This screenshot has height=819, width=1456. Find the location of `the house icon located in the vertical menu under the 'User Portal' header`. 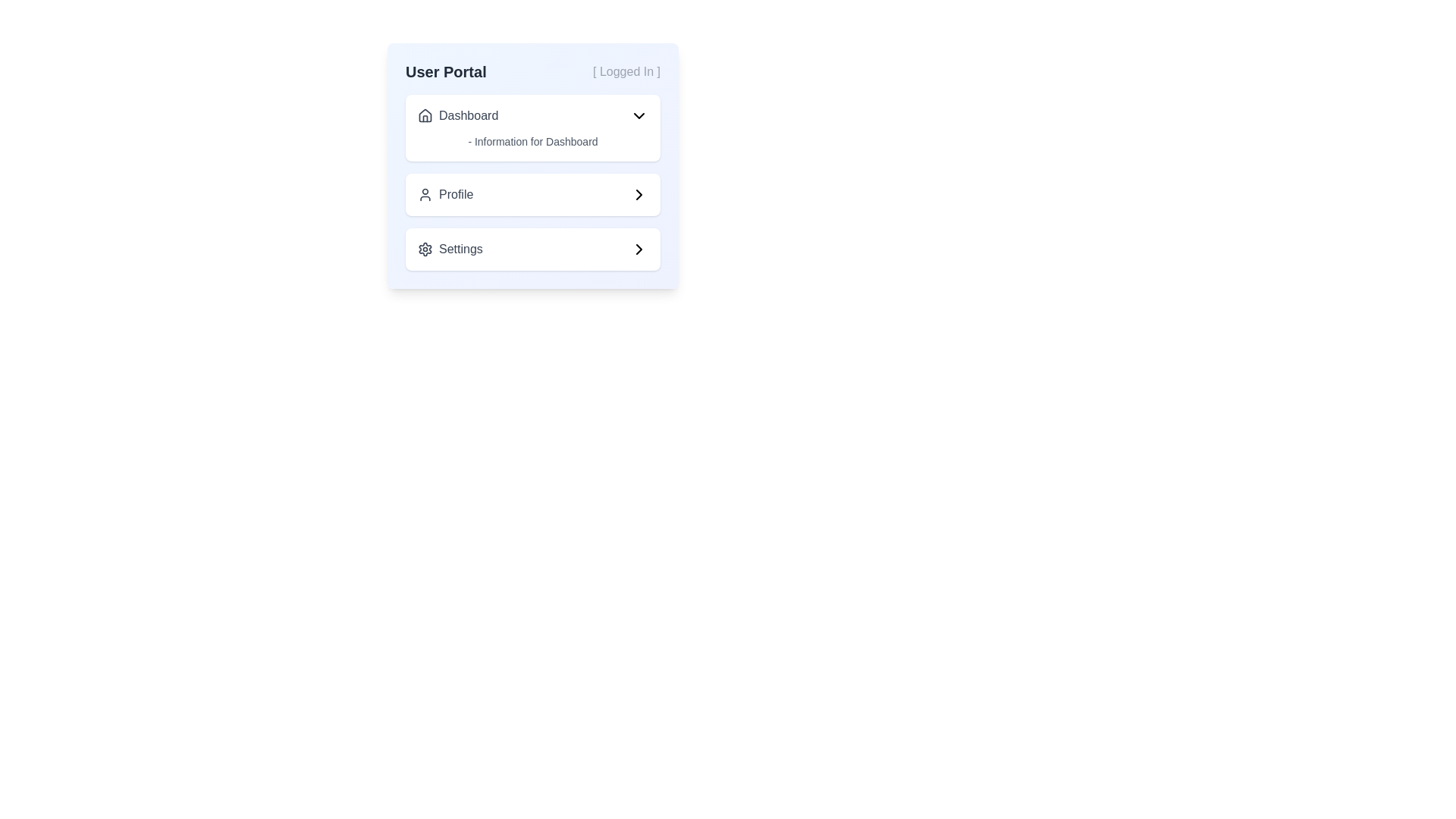

the house icon located in the vertical menu under the 'User Portal' header is located at coordinates (425, 115).